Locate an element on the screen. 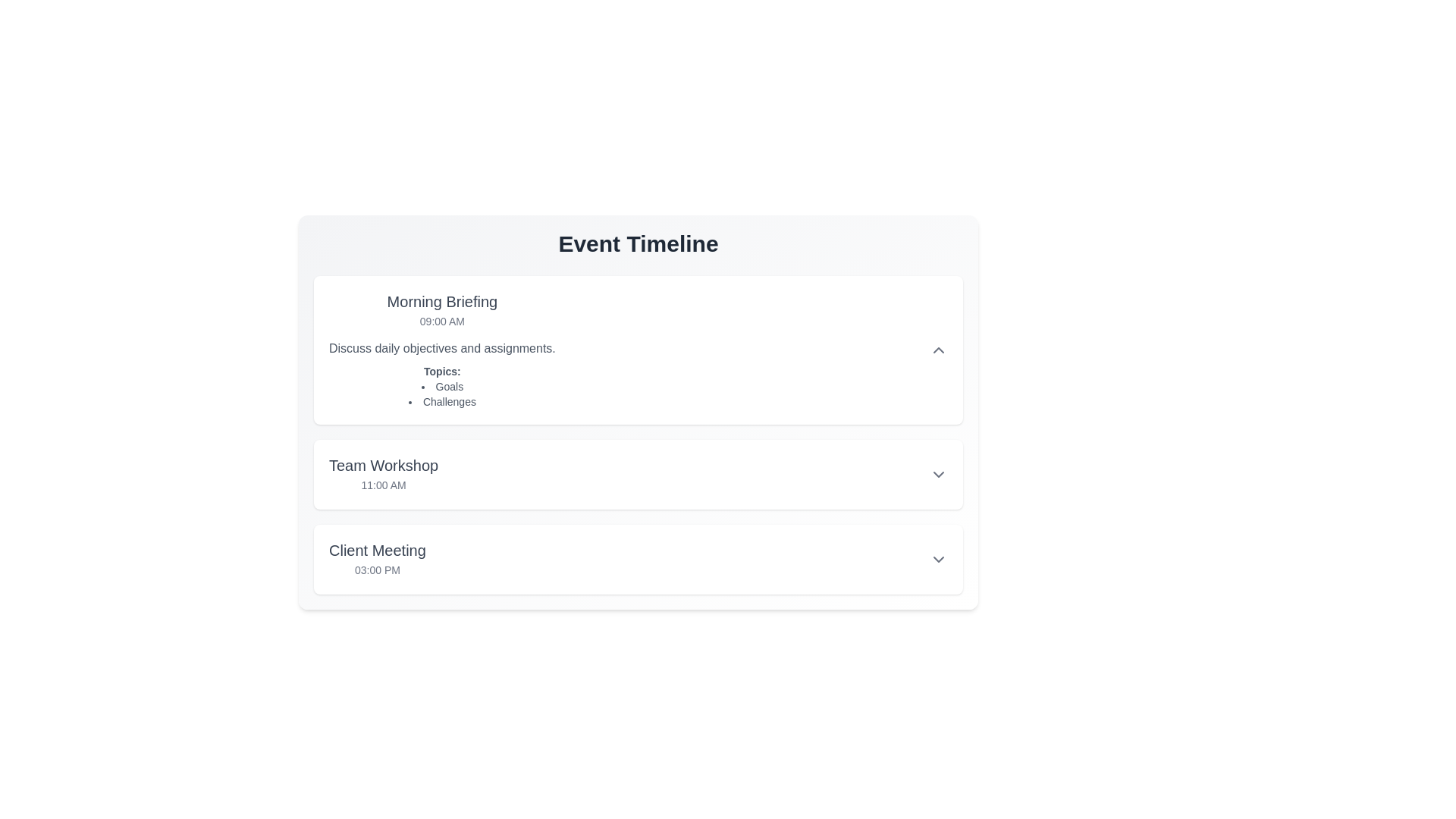 This screenshot has height=819, width=1456. the text label displaying '11:00 AM', which is located below the header 'Team Workshop' in the event information layout is located at coordinates (384, 485).